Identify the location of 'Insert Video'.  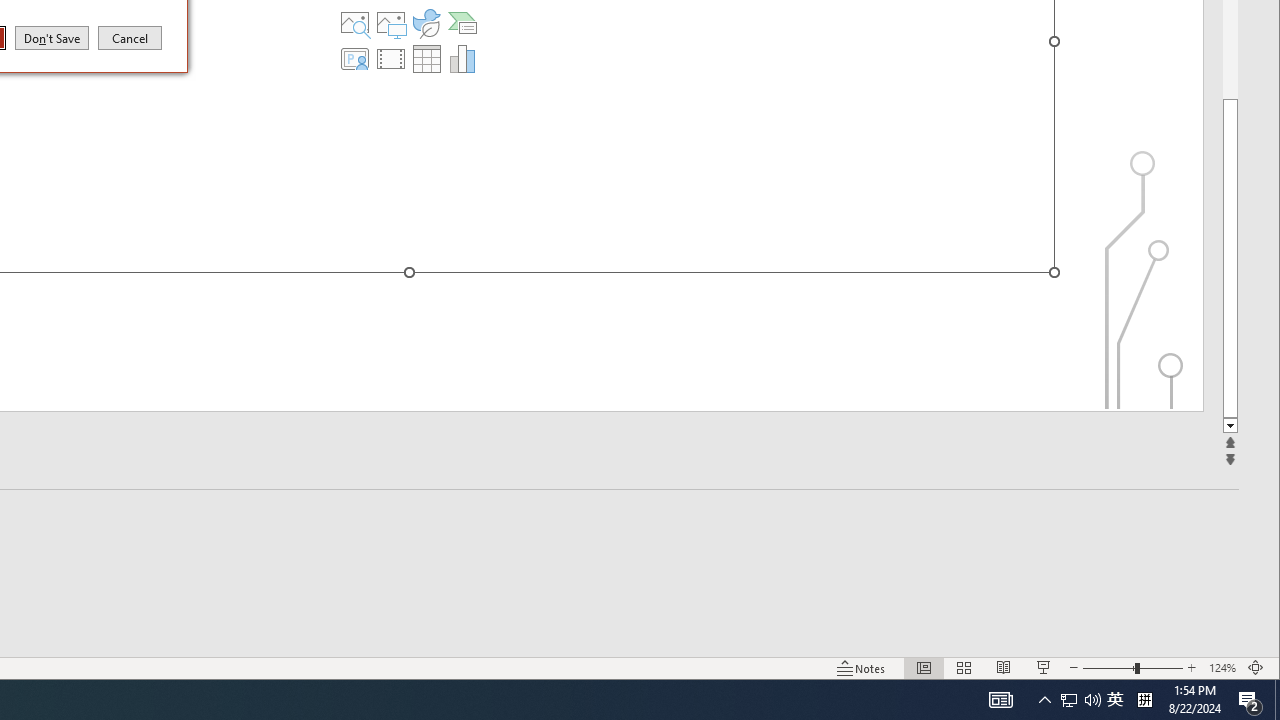
(391, 58).